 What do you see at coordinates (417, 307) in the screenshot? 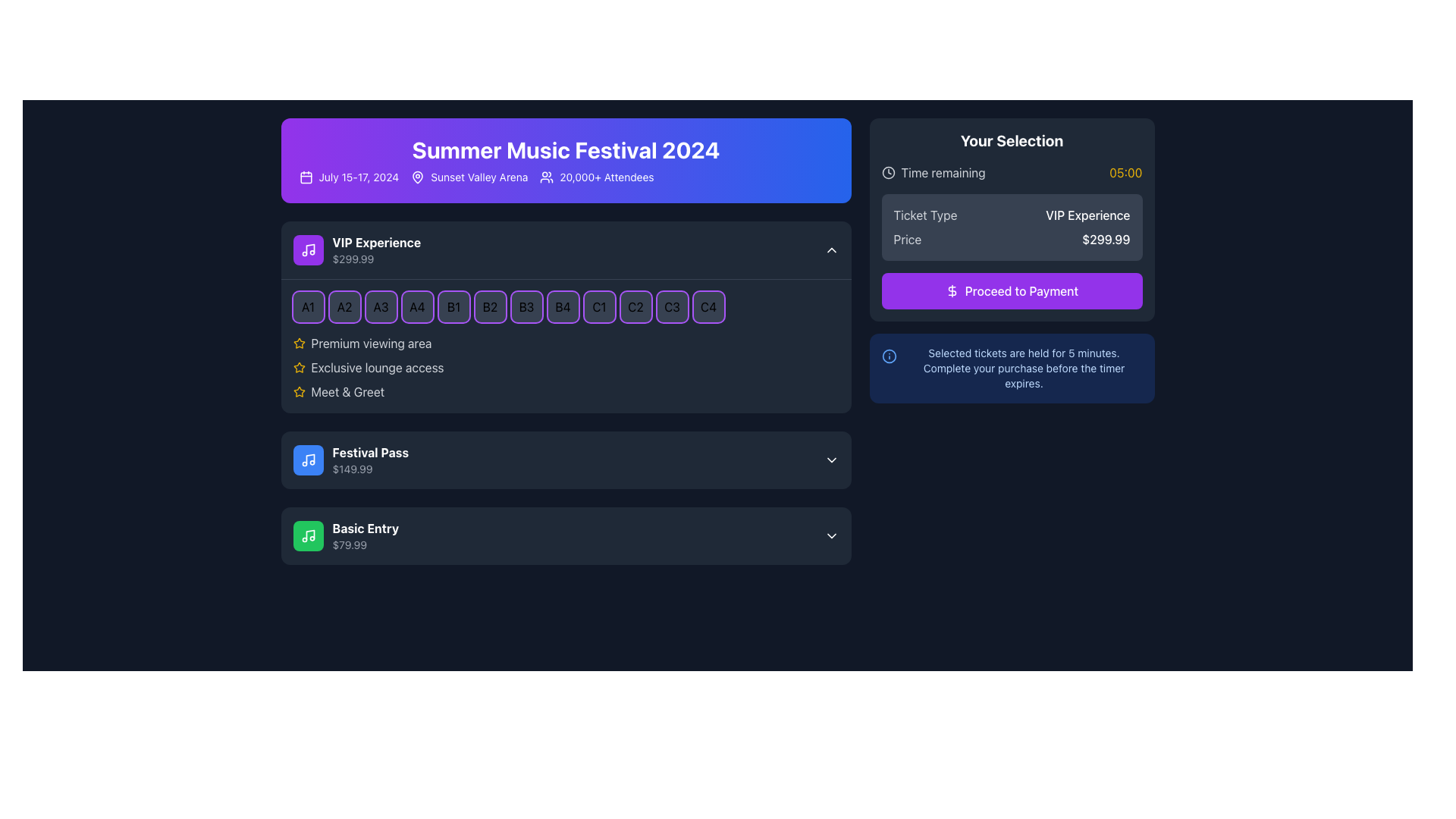
I see `the square gray button labeled 'A4' with rounded corners` at bounding box center [417, 307].